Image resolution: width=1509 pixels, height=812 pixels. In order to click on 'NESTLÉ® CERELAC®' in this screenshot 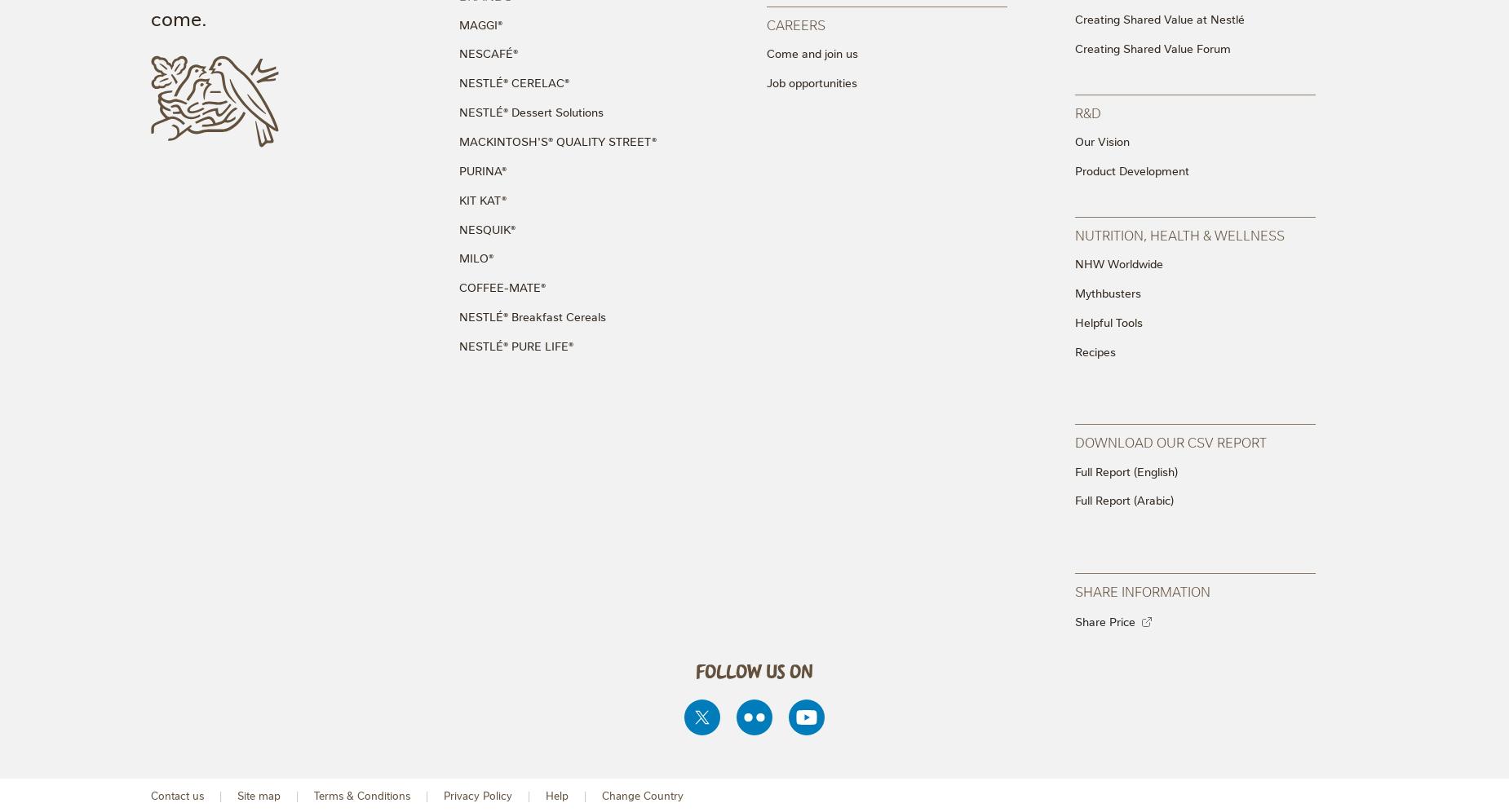, I will do `click(458, 82)`.